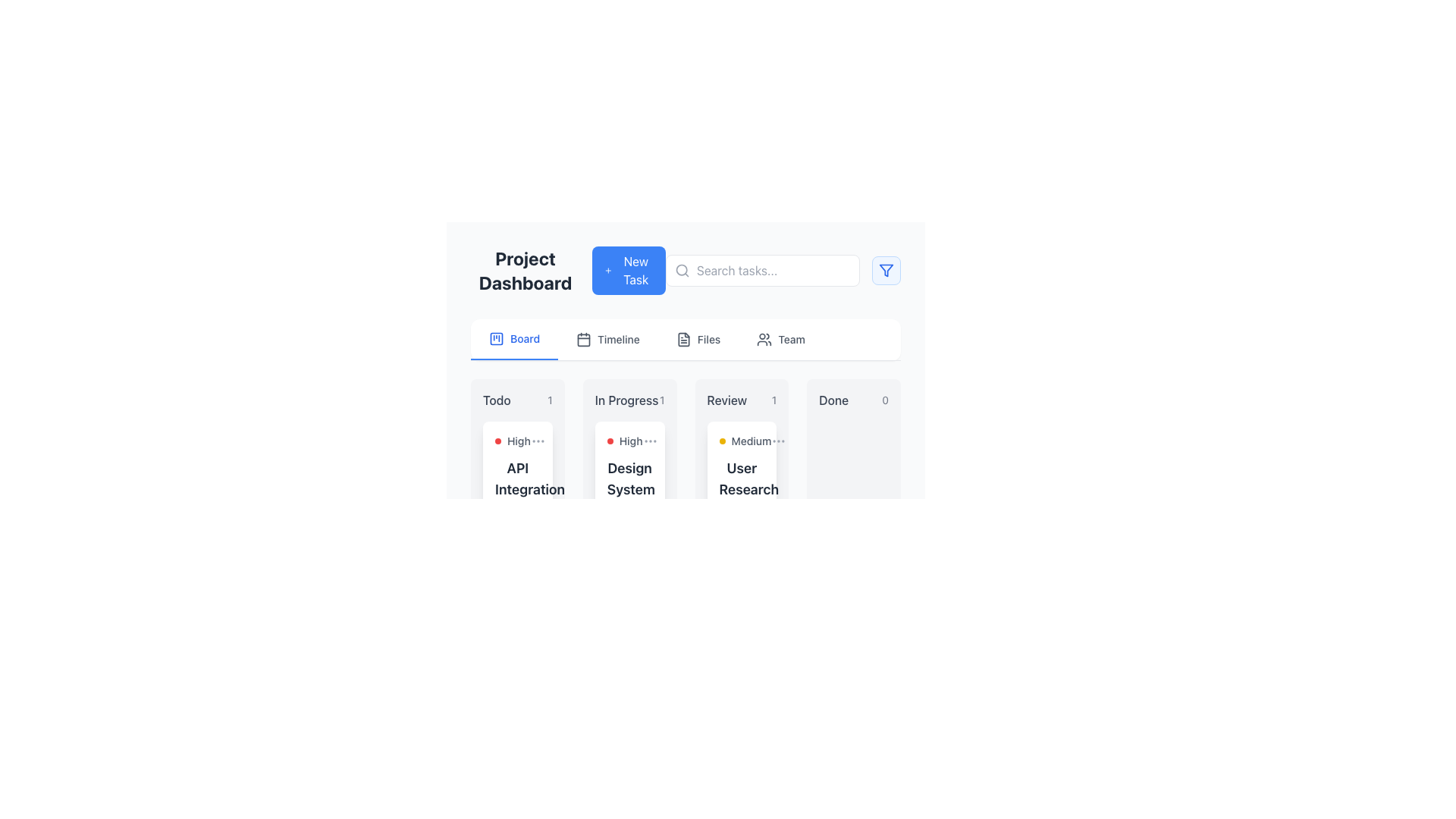 This screenshot has width=1456, height=819. I want to click on the document icon located in the navigation options, adjacent to the 'Board', 'Timeline', and 'Team' icons, so click(682, 338).